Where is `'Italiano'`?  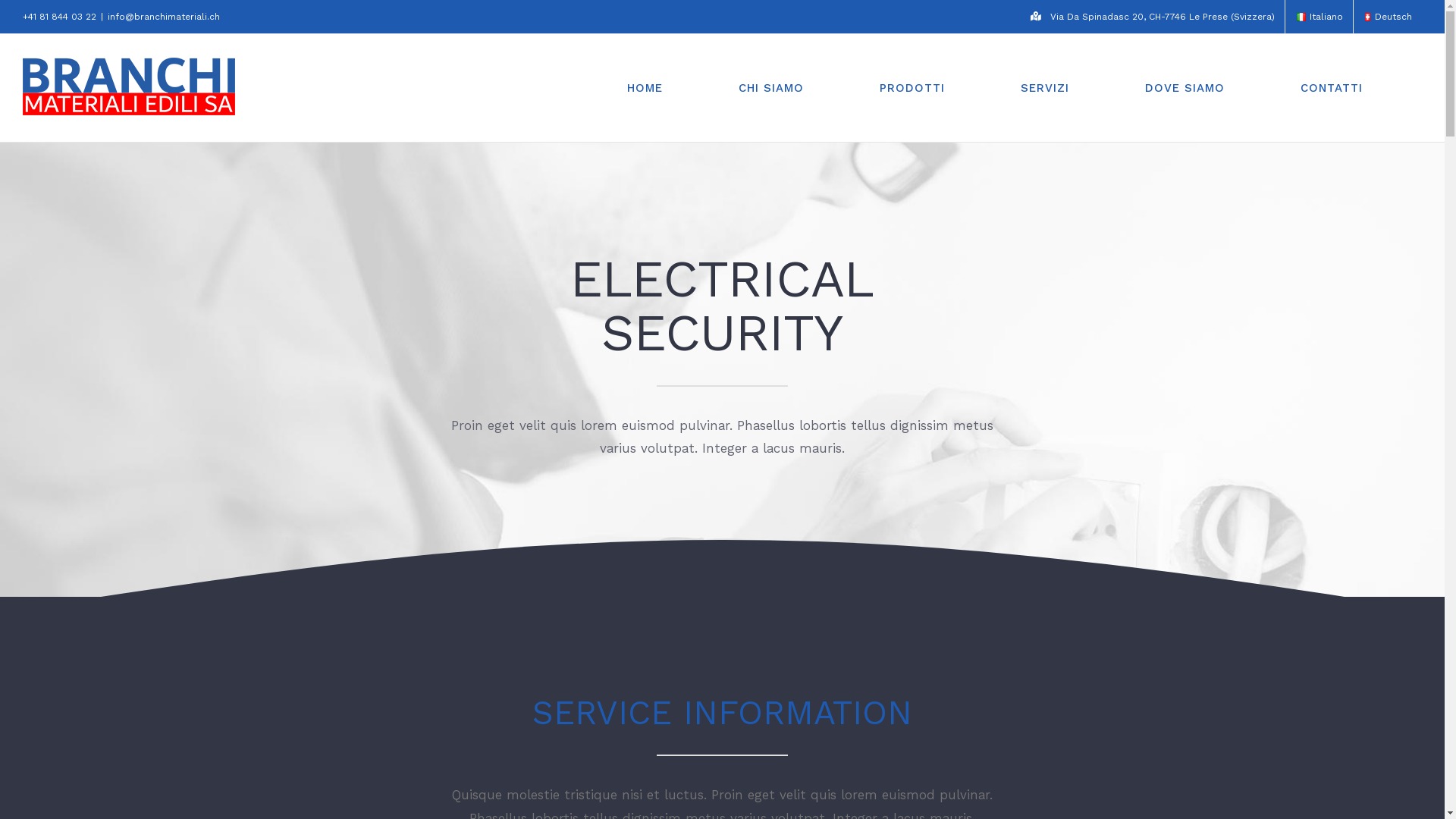 'Italiano' is located at coordinates (1301, 17).